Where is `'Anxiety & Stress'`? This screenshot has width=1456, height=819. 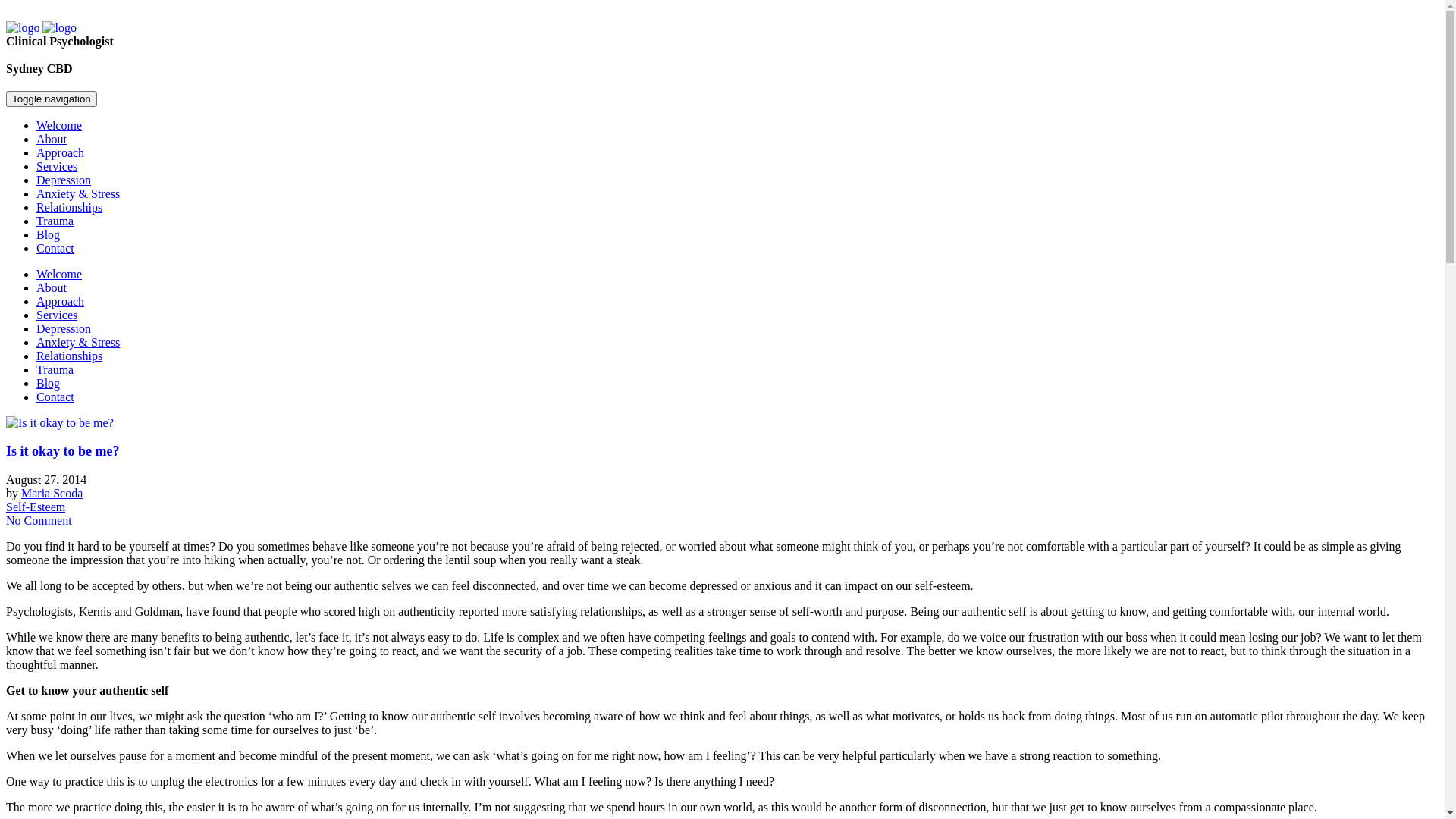
'Anxiety & Stress' is located at coordinates (77, 342).